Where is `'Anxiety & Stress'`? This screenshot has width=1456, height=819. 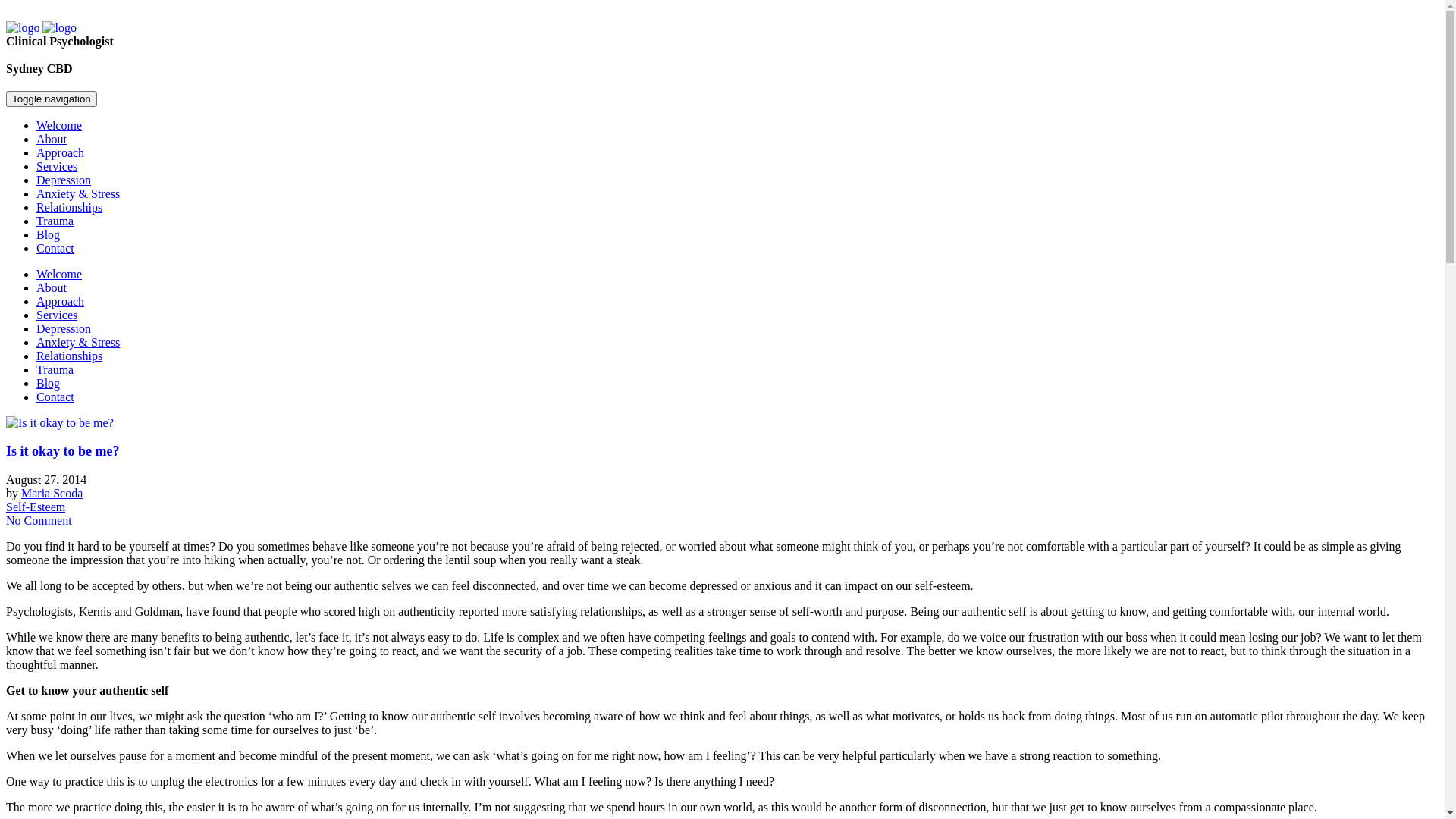
'Anxiety & Stress' is located at coordinates (77, 342).